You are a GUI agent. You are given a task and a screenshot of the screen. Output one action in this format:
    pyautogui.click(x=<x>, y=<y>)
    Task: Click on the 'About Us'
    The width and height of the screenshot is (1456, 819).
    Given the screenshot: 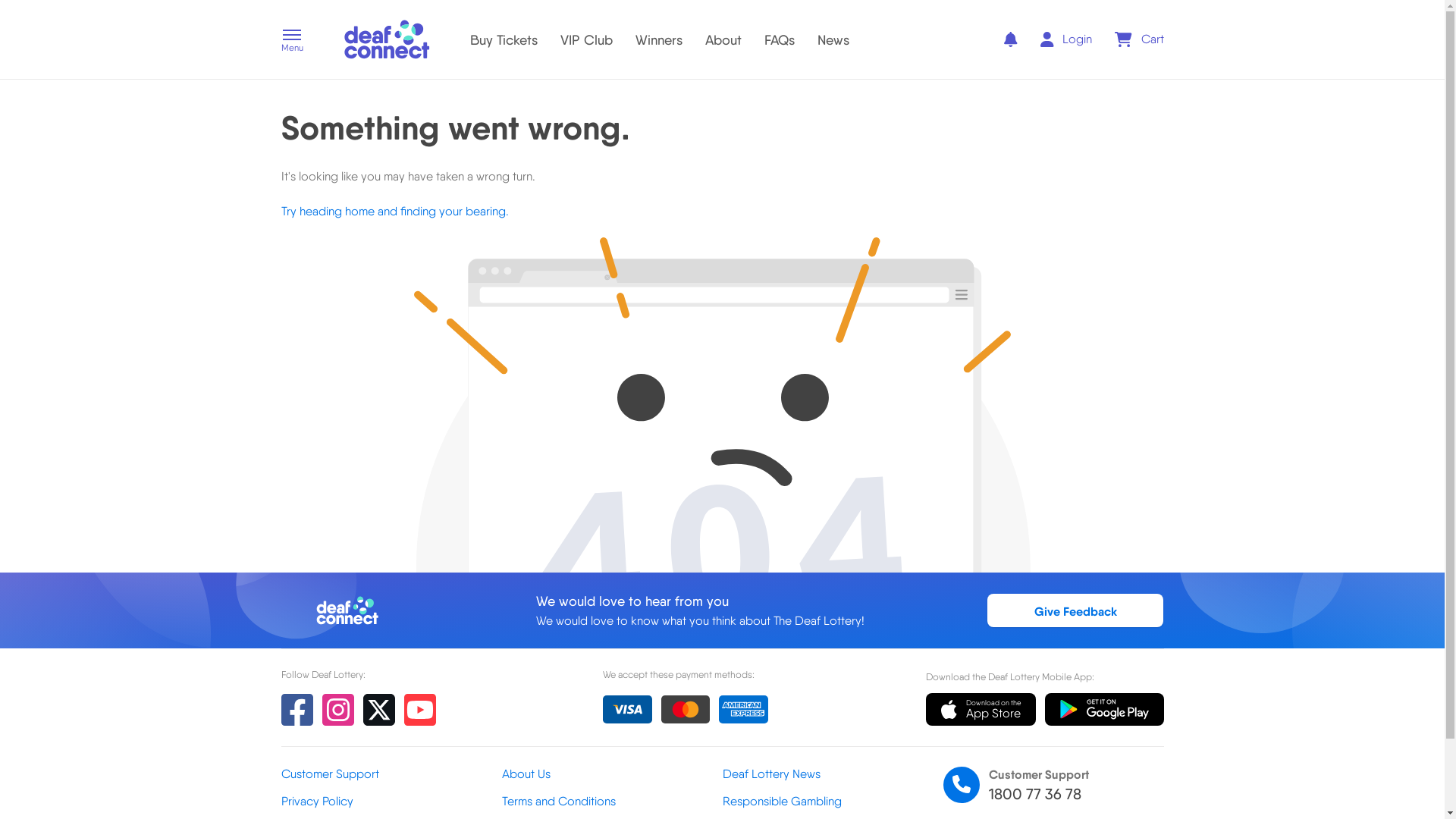 What is the action you would take?
    pyautogui.click(x=612, y=774)
    